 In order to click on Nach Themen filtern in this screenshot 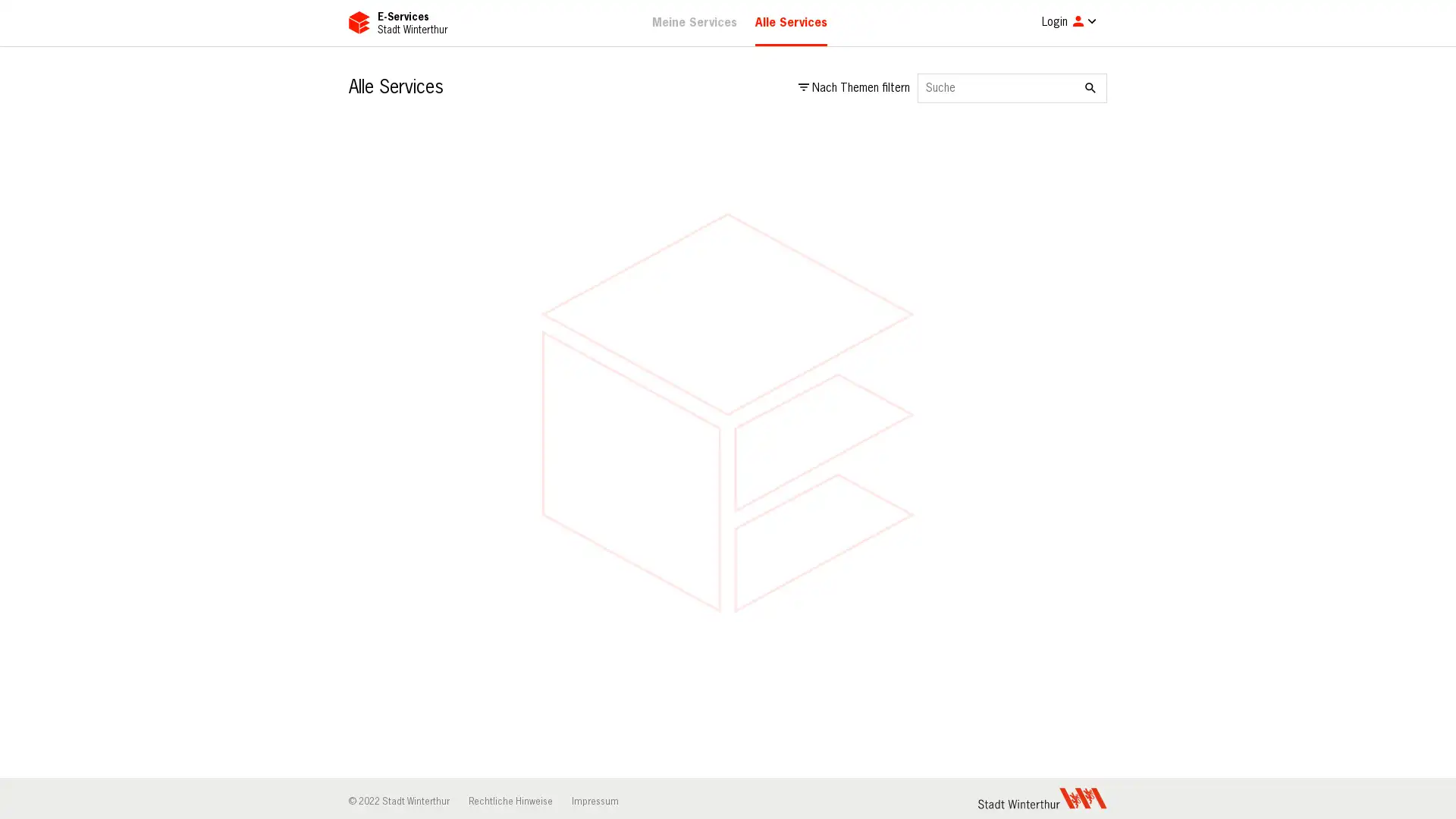, I will do `click(854, 88)`.